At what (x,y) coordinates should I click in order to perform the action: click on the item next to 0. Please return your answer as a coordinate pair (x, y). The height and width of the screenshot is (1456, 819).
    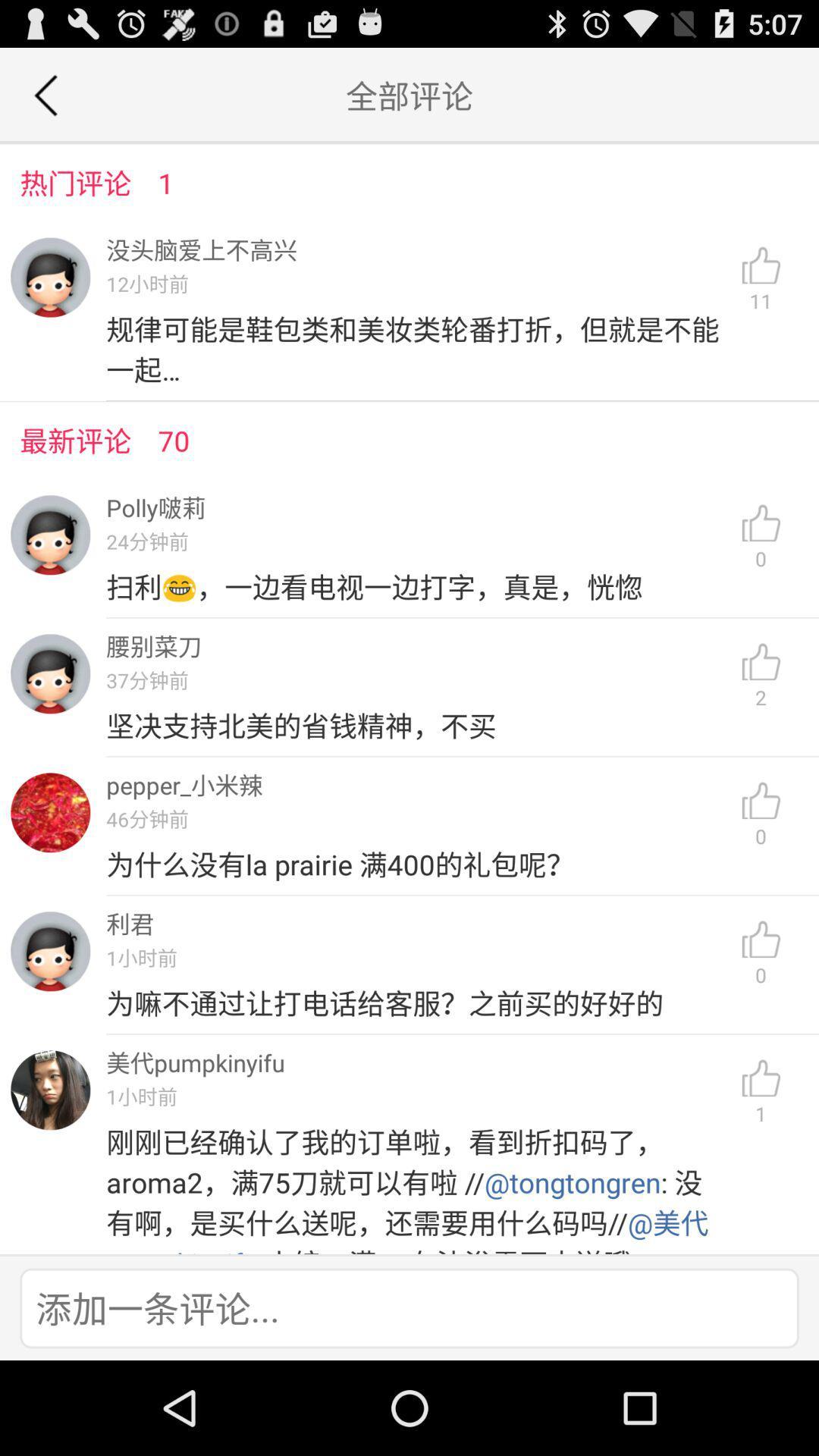
    Looking at the image, I should click on (417, 1003).